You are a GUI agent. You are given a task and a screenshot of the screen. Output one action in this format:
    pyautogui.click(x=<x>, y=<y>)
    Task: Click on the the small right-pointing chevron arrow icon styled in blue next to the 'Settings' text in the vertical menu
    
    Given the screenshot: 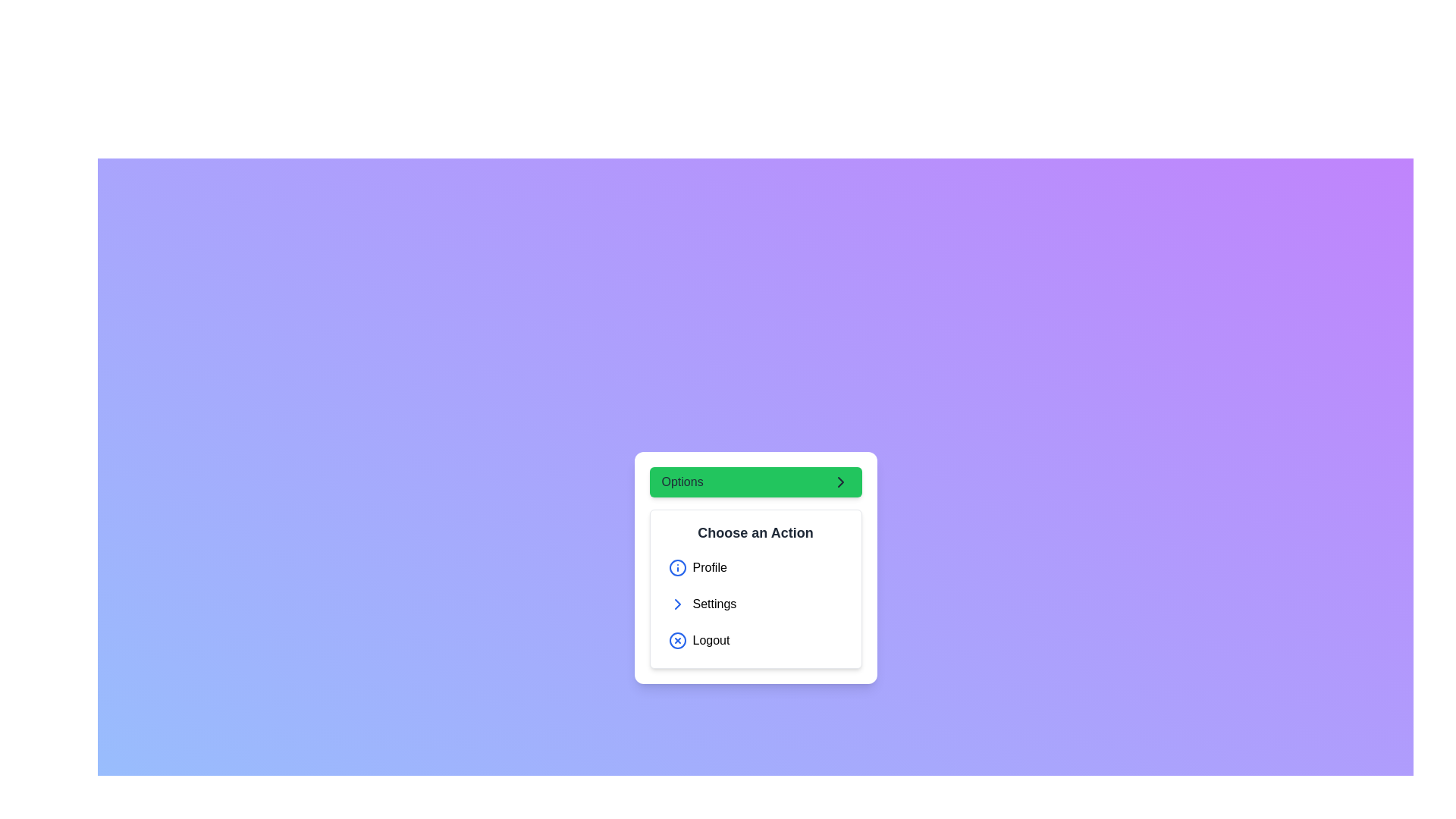 What is the action you would take?
    pyautogui.click(x=676, y=604)
    